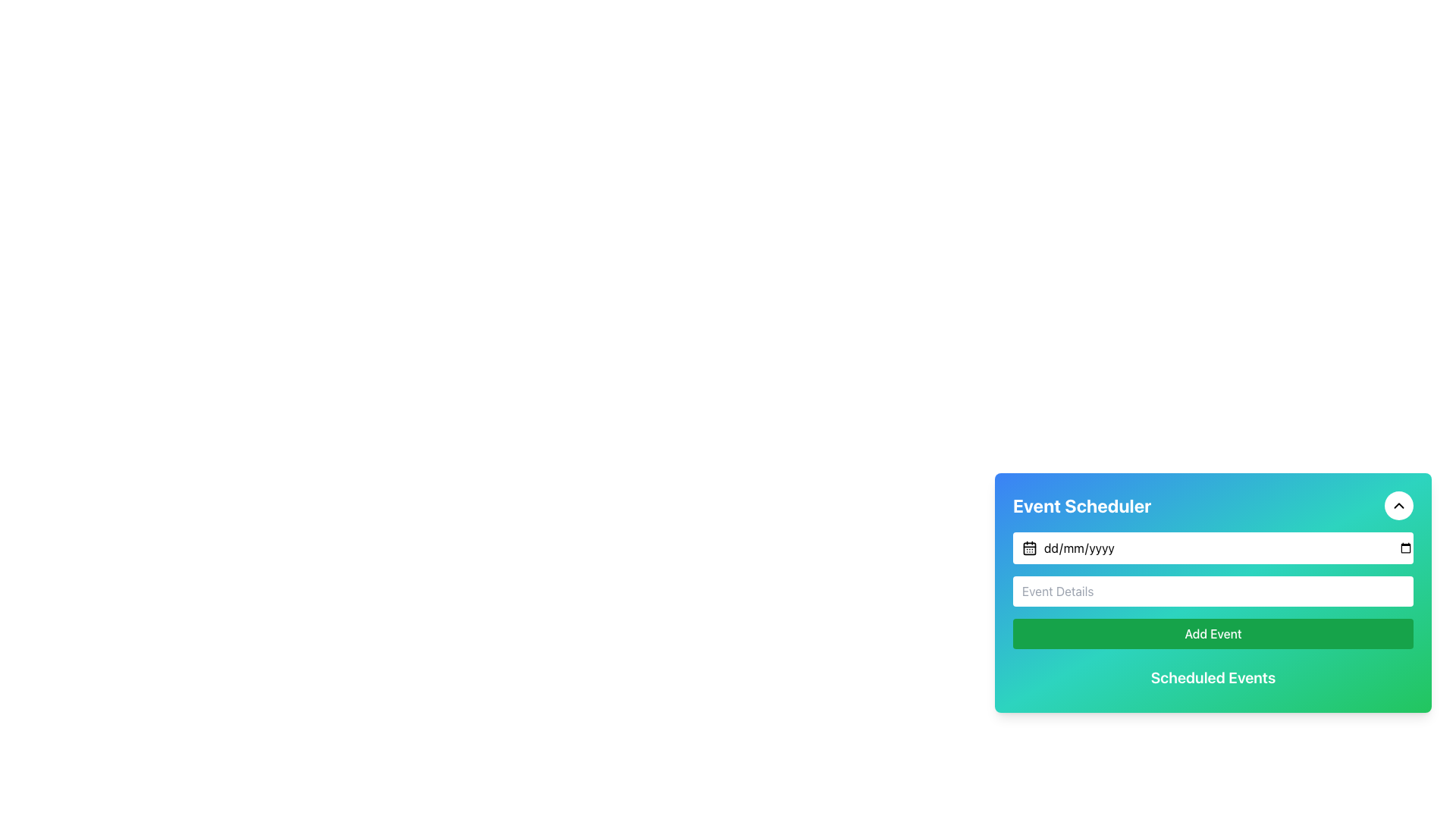 Image resolution: width=1456 pixels, height=819 pixels. Describe the element at coordinates (1212, 677) in the screenshot. I see `the Text Label that serves as a section header for scheduled events, located at the bottom of the 'Event Scheduler' card, directly below the 'Add Event' button` at that location.